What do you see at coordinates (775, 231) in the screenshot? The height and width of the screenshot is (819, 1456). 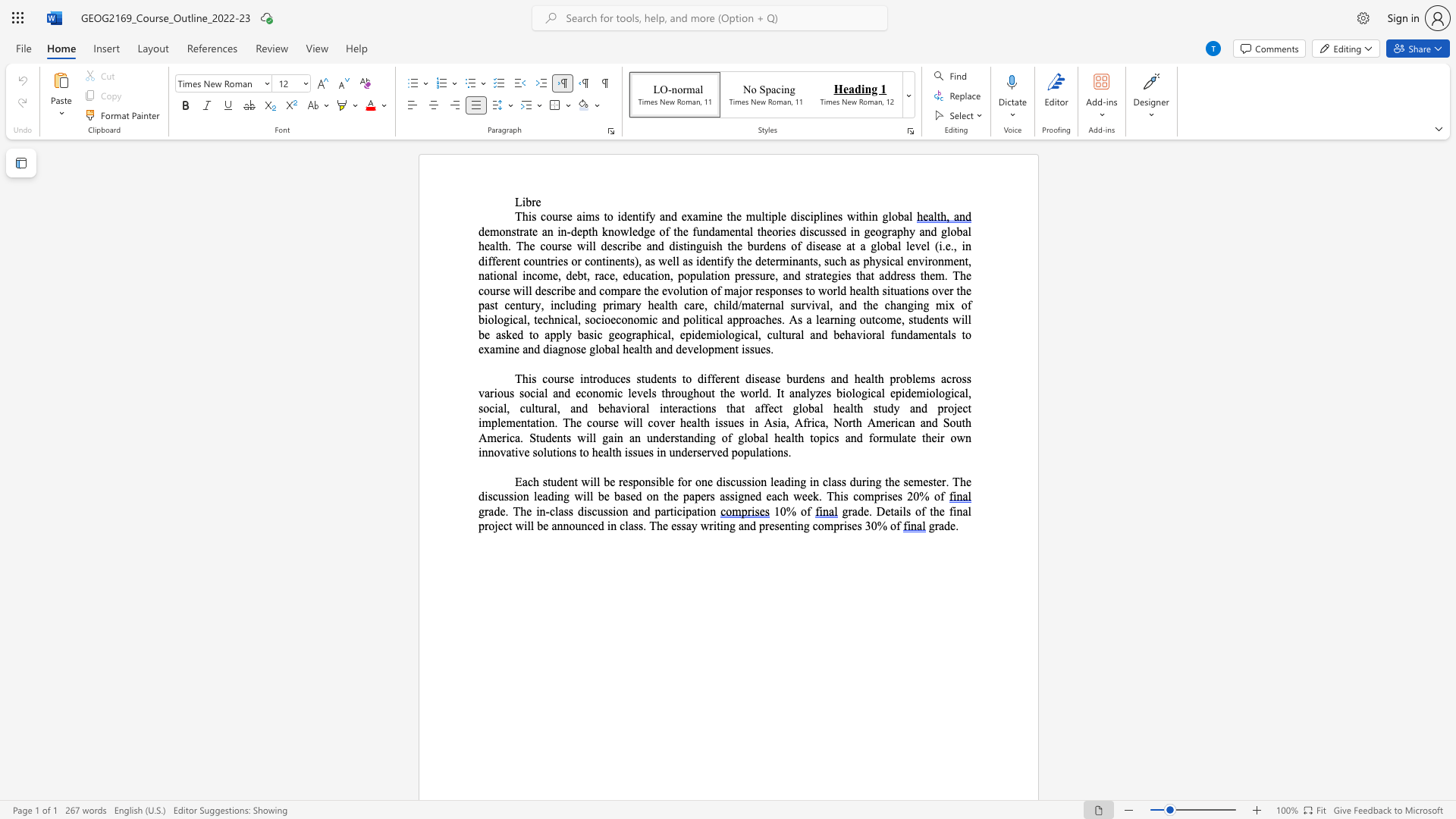 I see `the 4th character "o" in the text` at bounding box center [775, 231].